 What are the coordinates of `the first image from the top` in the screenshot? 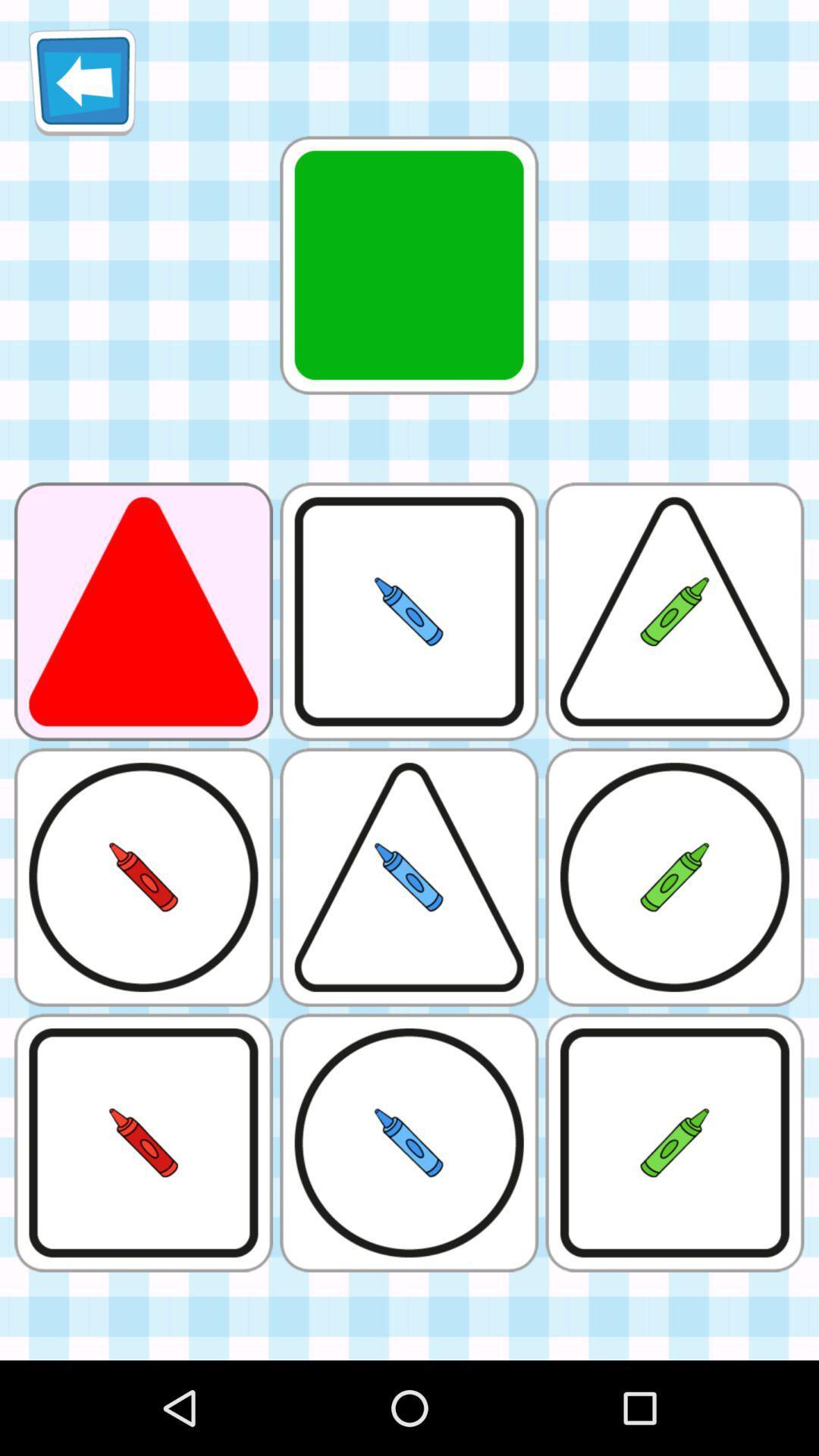 It's located at (409, 265).